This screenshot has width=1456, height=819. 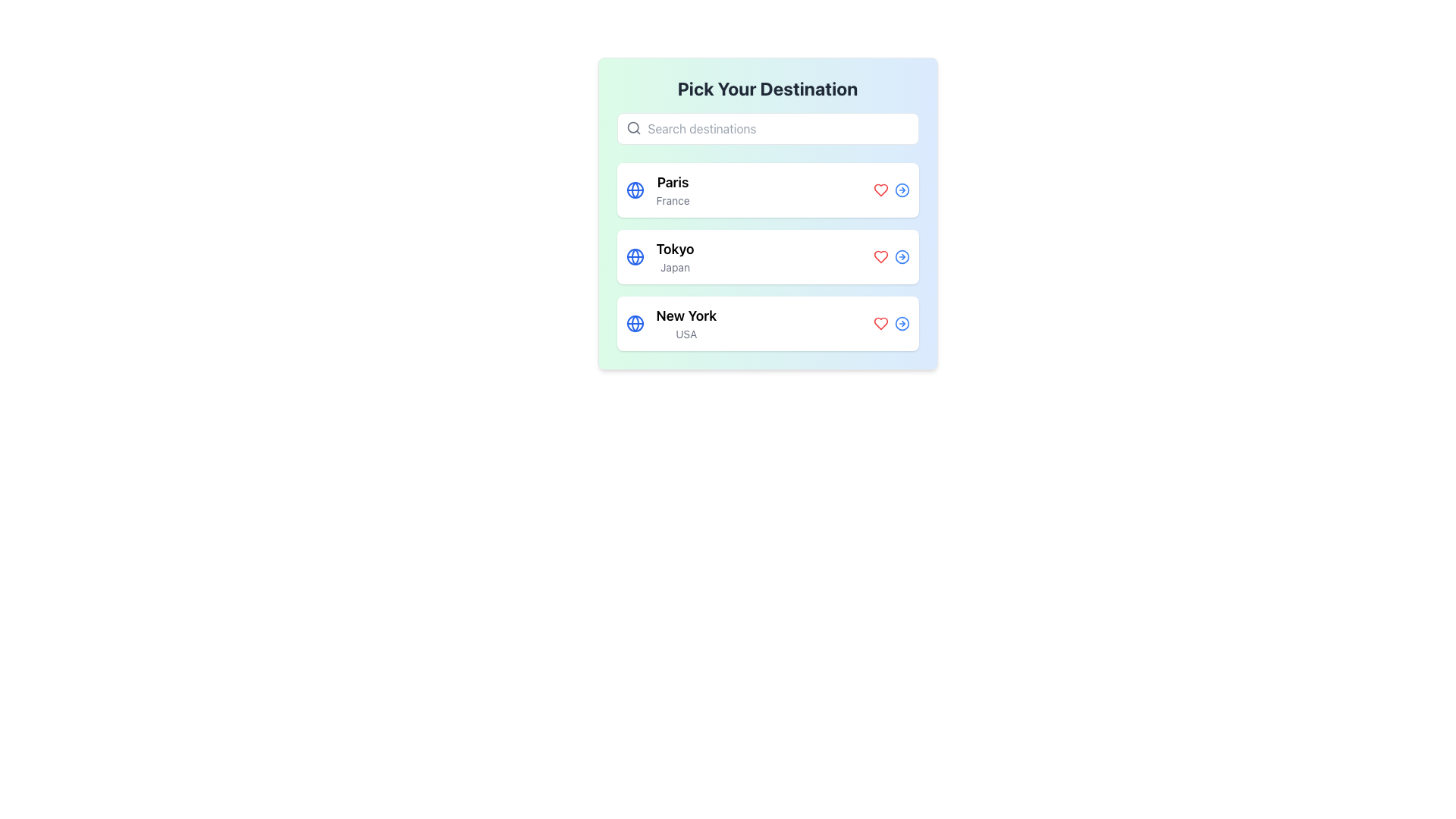 I want to click on the navigational icon button located at the far right of the first row in the list display, adjacent to the red heart icon, so click(x=902, y=189).